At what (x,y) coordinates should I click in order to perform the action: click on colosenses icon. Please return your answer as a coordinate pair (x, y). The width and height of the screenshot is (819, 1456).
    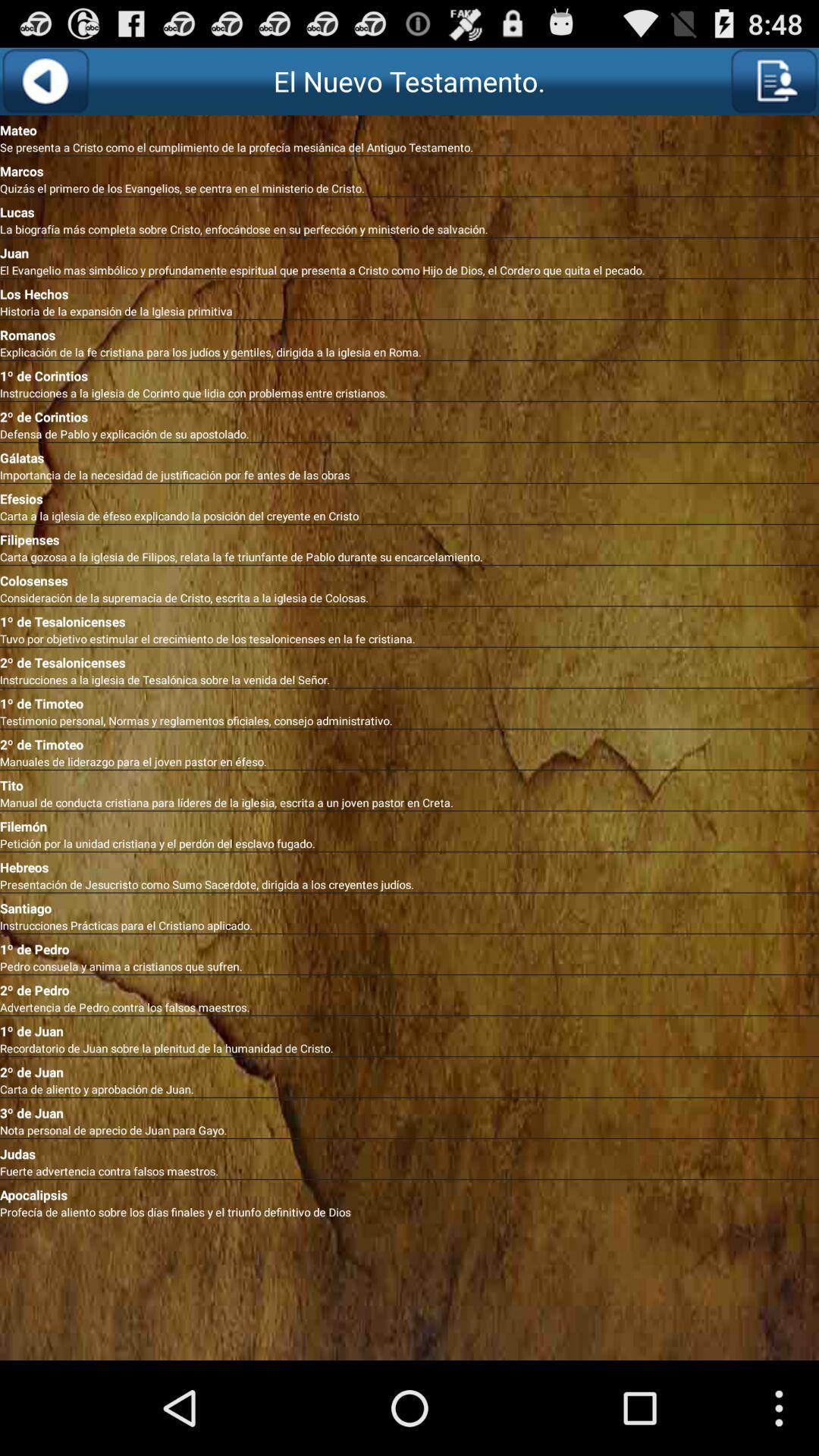
    Looking at the image, I should click on (409, 577).